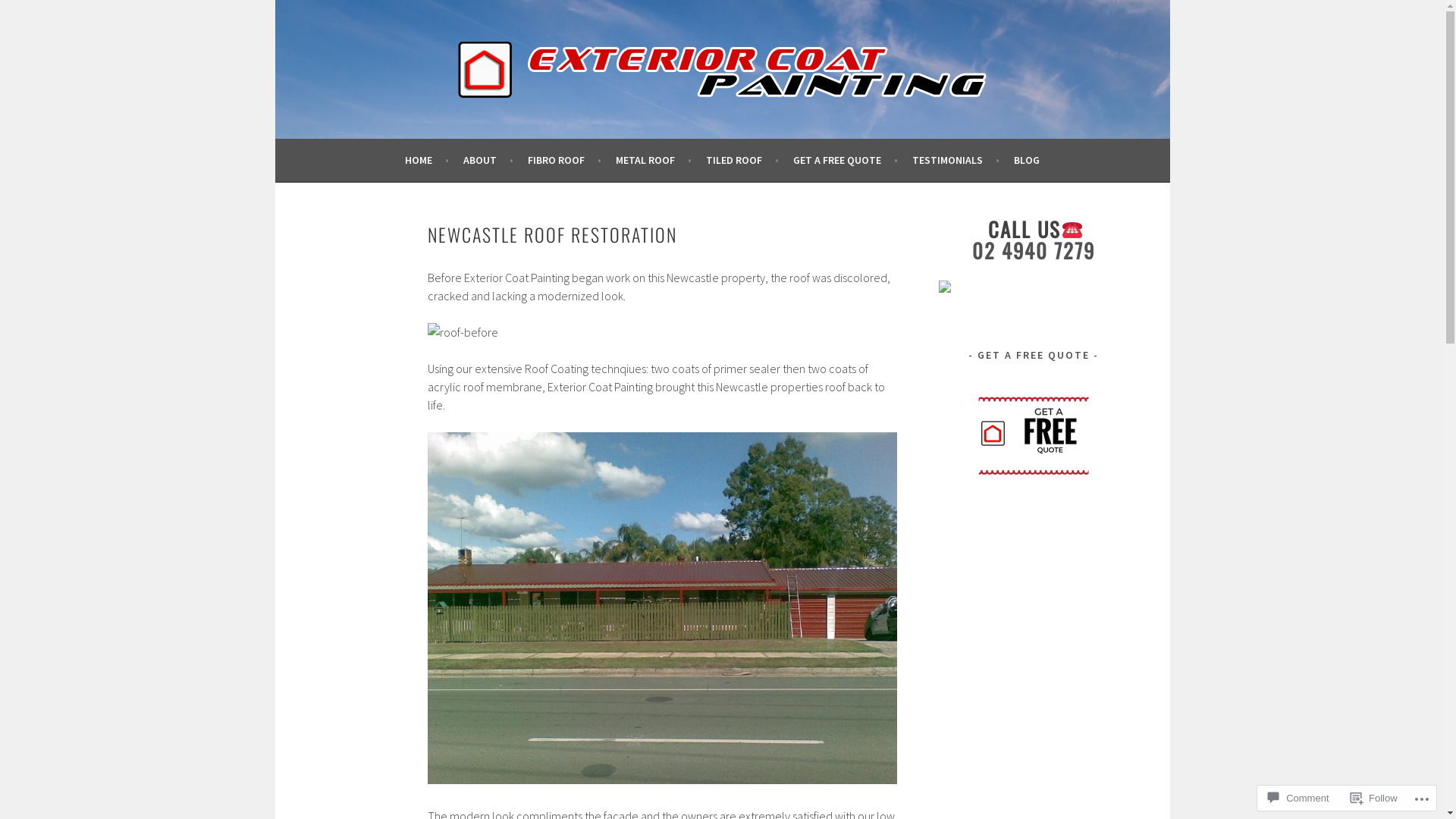  What do you see at coordinates (1033, 249) in the screenshot?
I see `'02 4940 7279'` at bounding box center [1033, 249].